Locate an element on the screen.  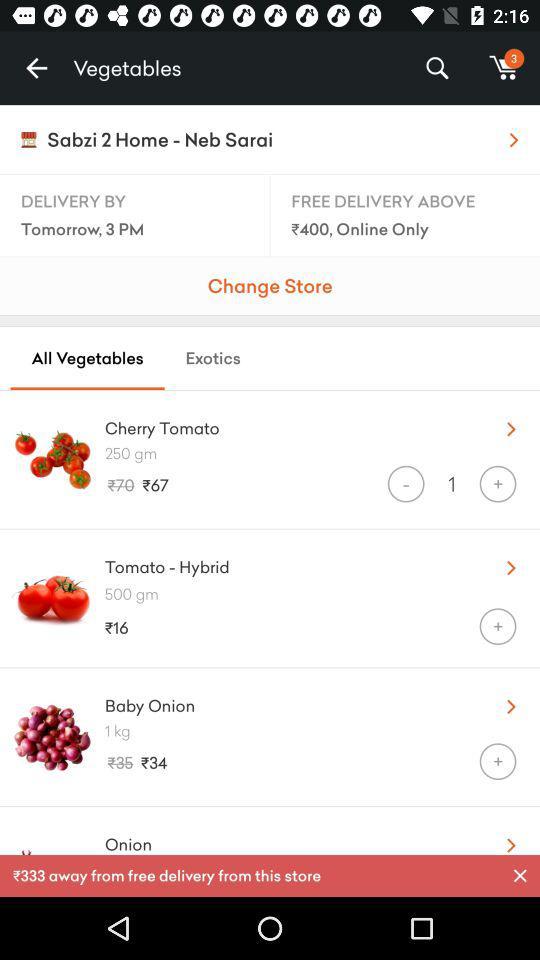
the + icon is located at coordinates (496, 760).